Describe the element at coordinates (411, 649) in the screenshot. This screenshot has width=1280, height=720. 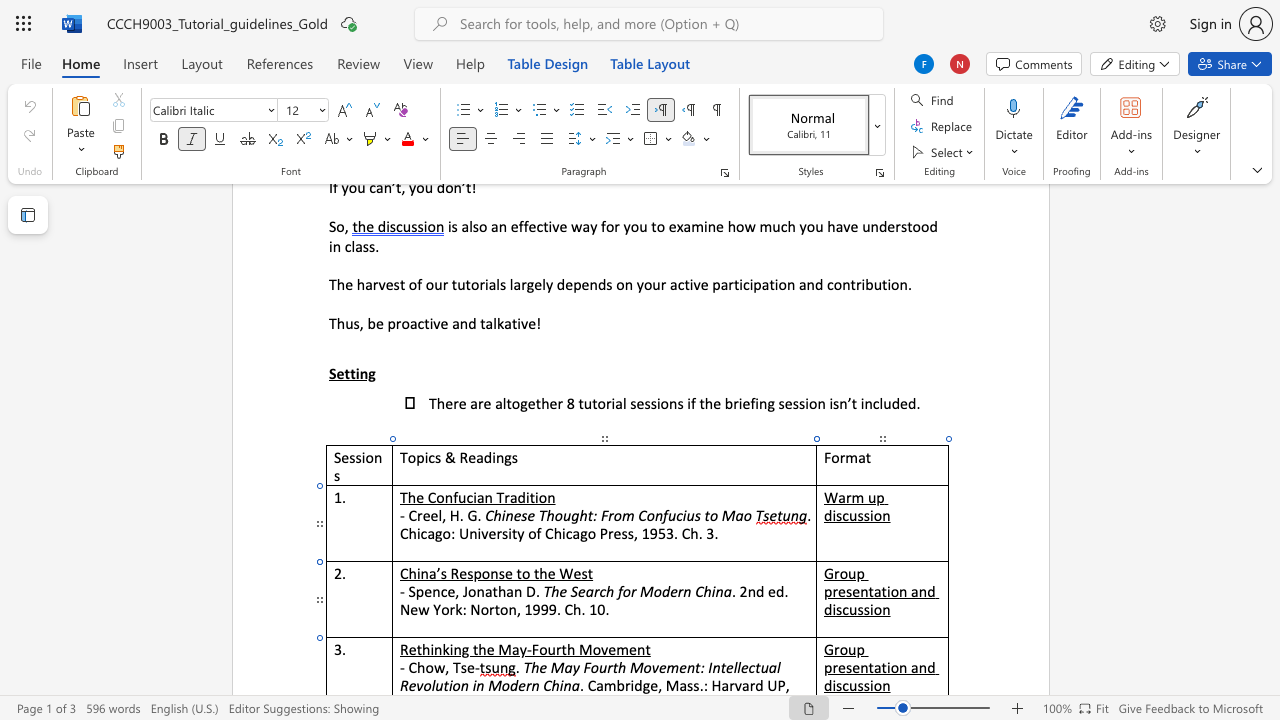
I see `the 1th character "e" in the text` at that location.